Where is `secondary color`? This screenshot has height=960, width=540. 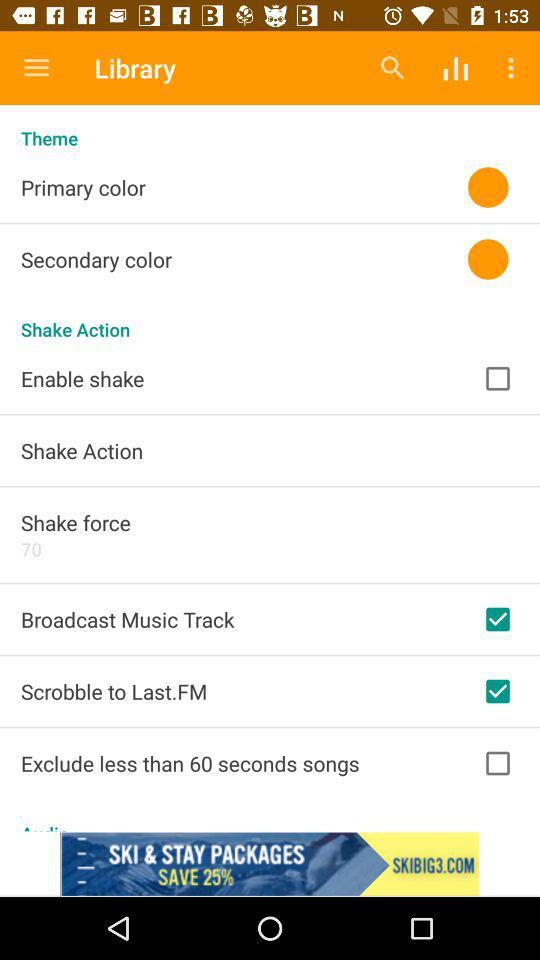
secondary color is located at coordinates (54, 277).